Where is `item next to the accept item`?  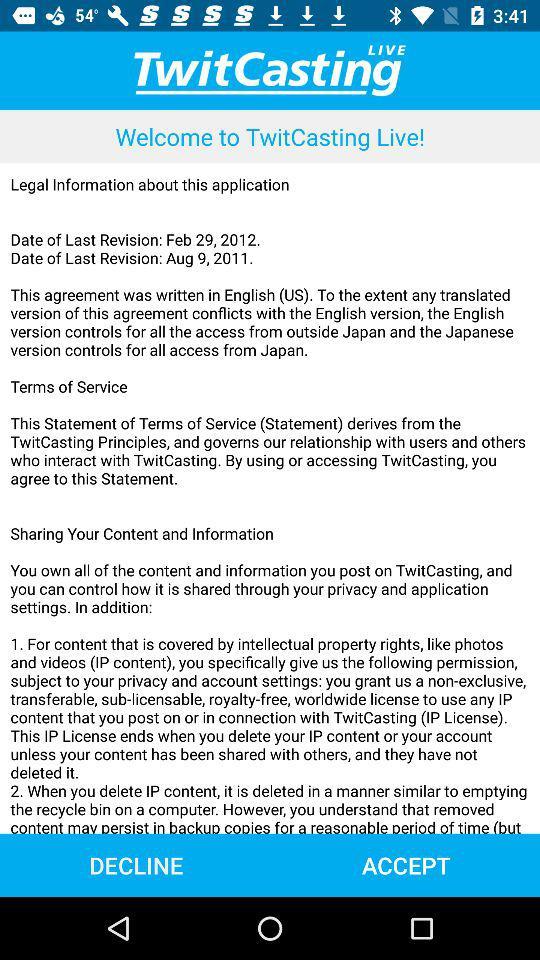
item next to the accept item is located at coordinates (135, 864).